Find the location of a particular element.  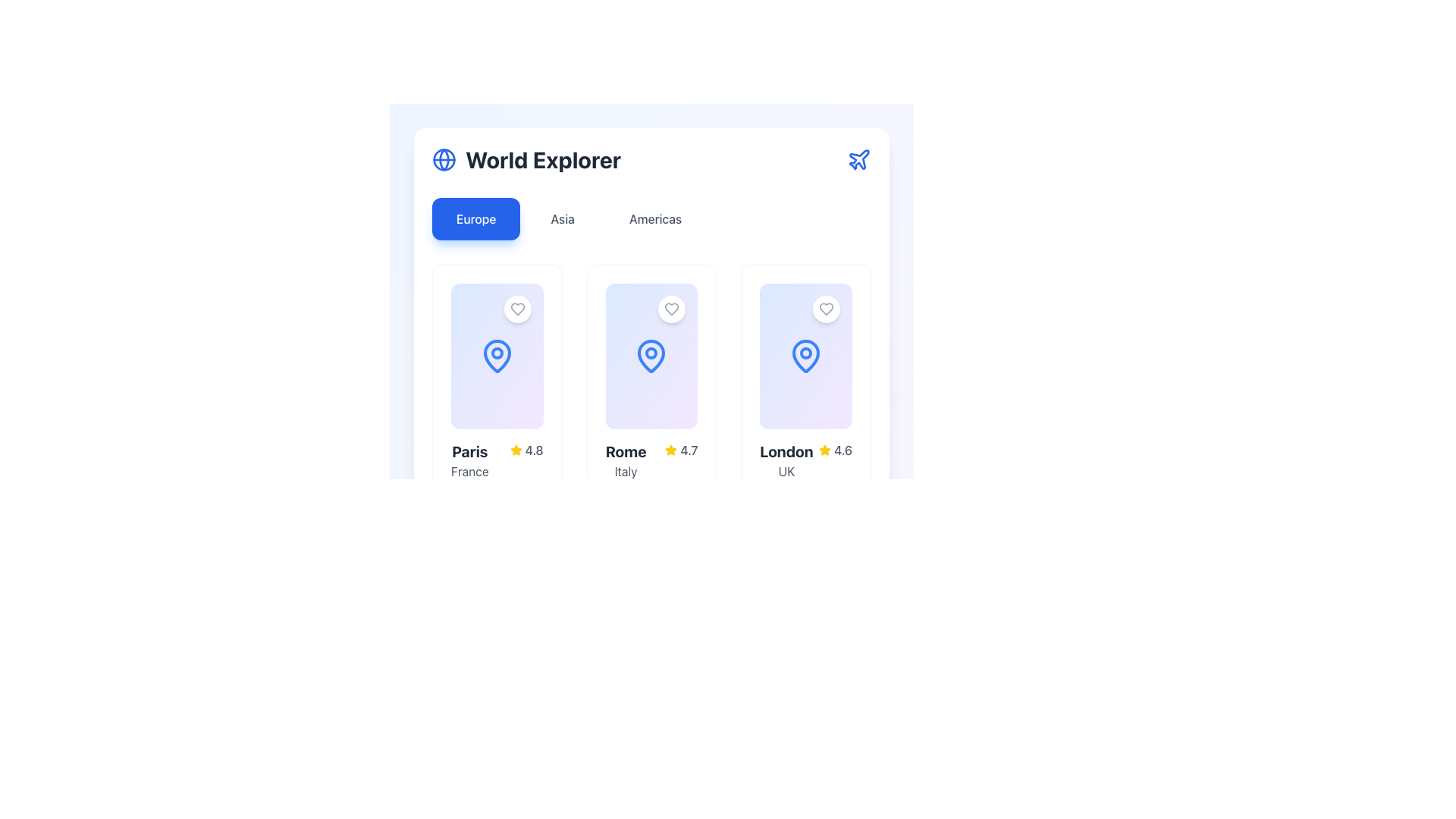

the textual rating display that reads '4.7' in gray font, located in the middle card labeled 'Rome', near a yellow star icon is located at coordinates (688, 450).